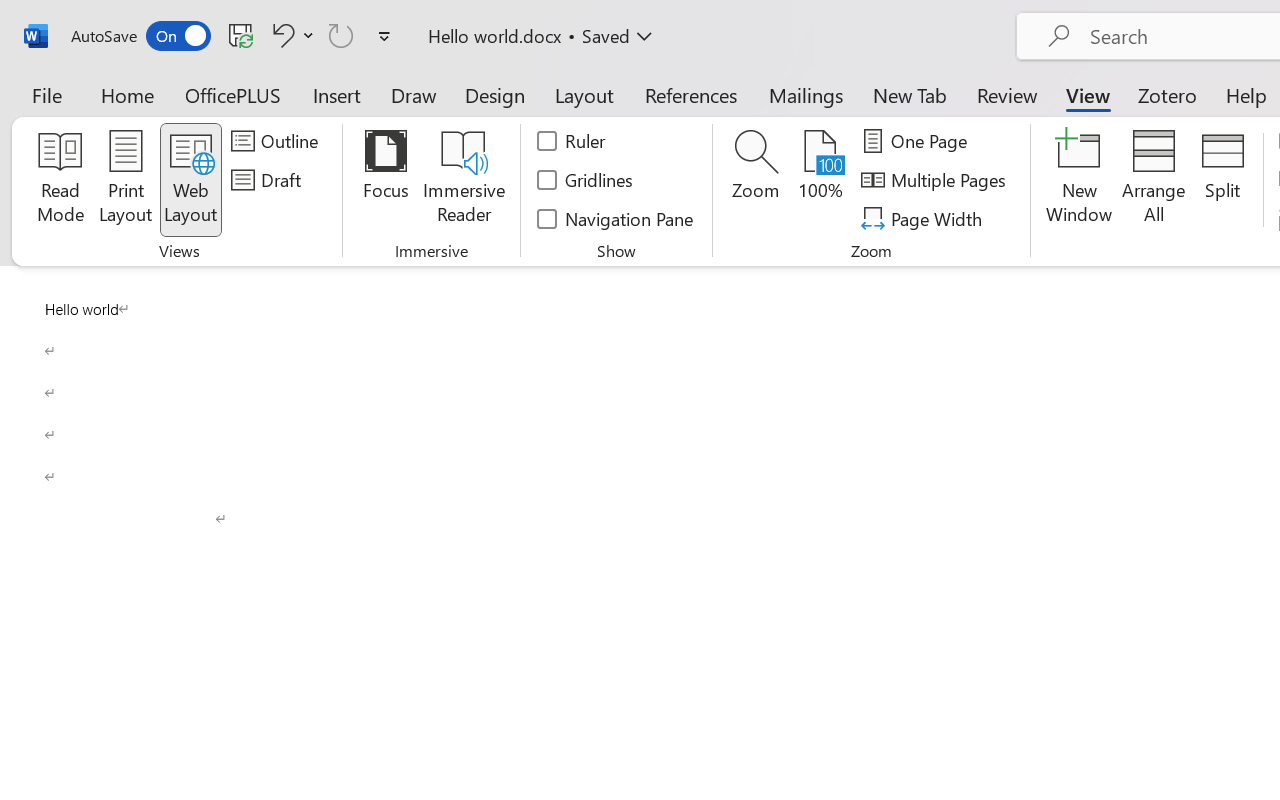 Image resolution: width=1280 pixels, height=800 pixels. What do you see at coordinates (139, 35) in the screenshot?
I see `'AutoSave'` at bounding box center [139, 35].